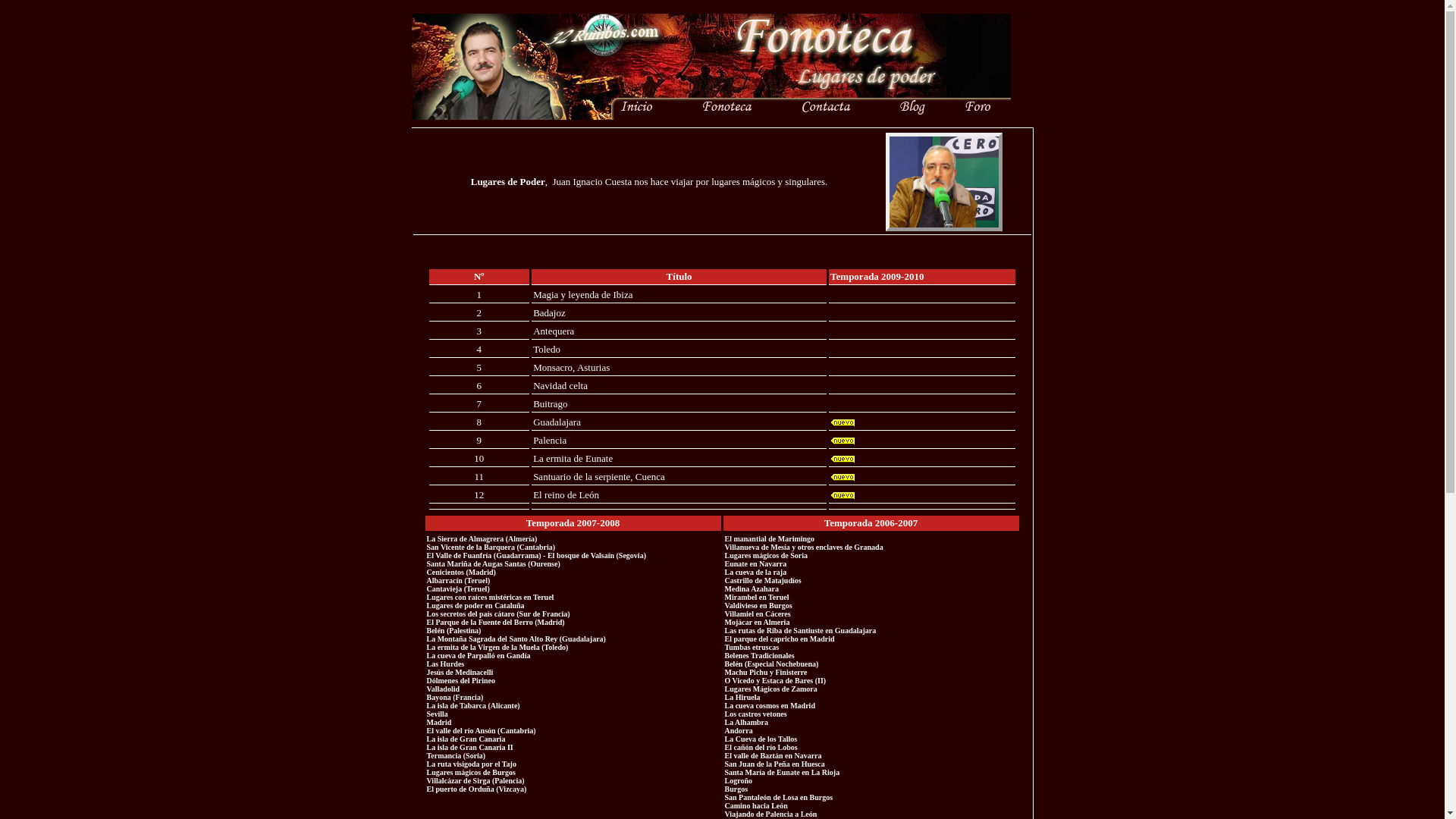 This screenshot has width=1456, height=819. I want to click on 'Mirambel en Teruel', so click(757, 596).